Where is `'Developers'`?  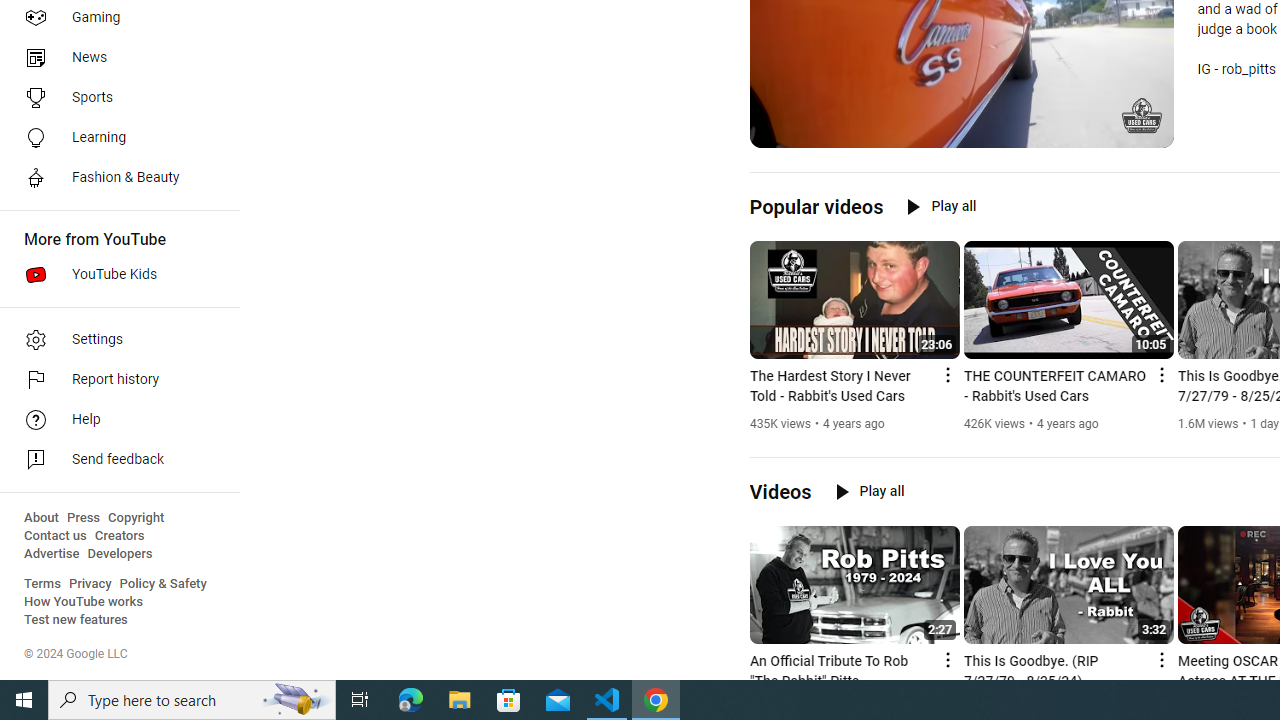
'Developers' is located at coordinates (119, 554).